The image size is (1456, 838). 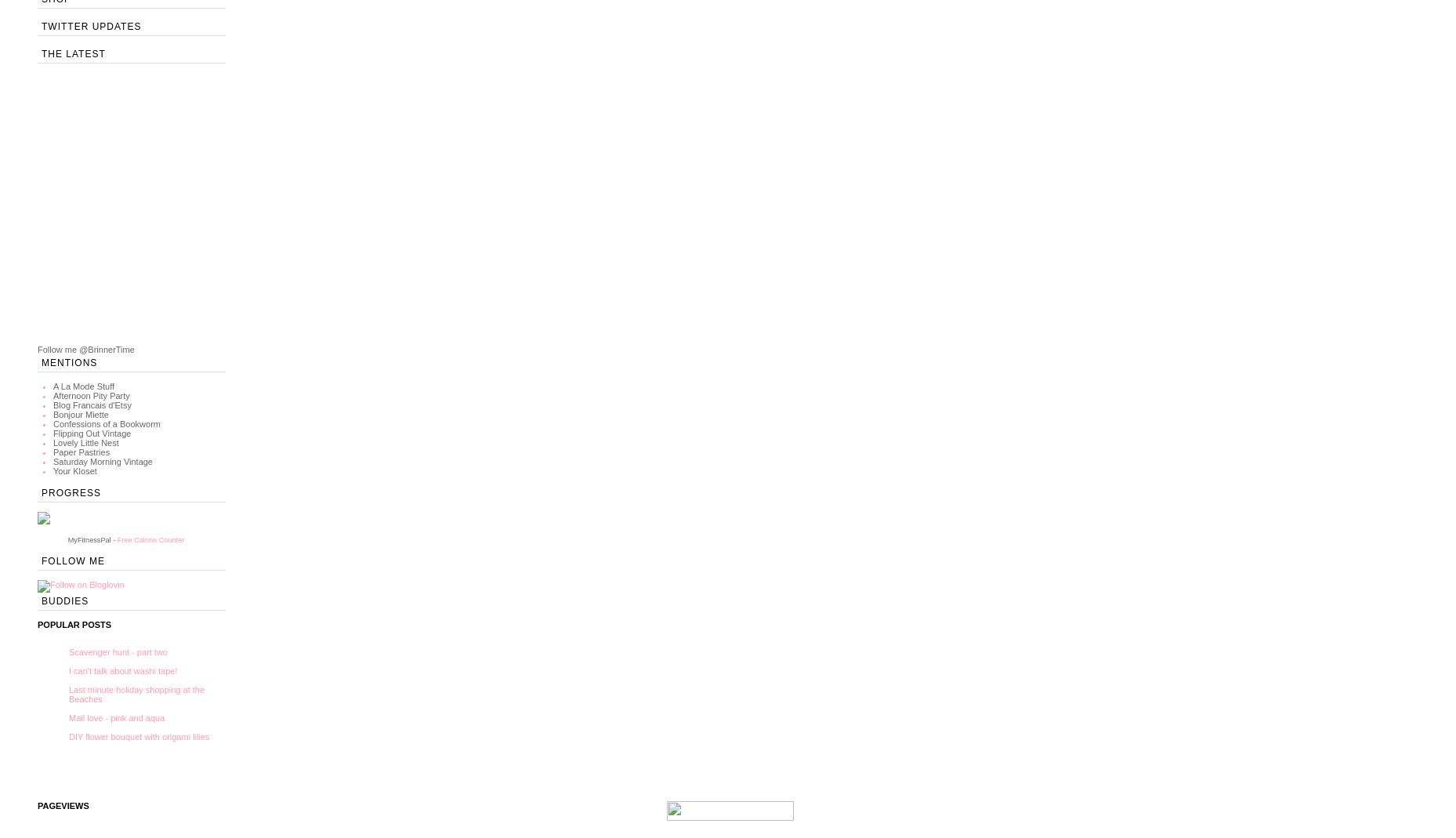 What do you see at coordinates (80, 414) in the screenshot?
I see `'Bonjour Miette'` at bounding box center [80, 414].